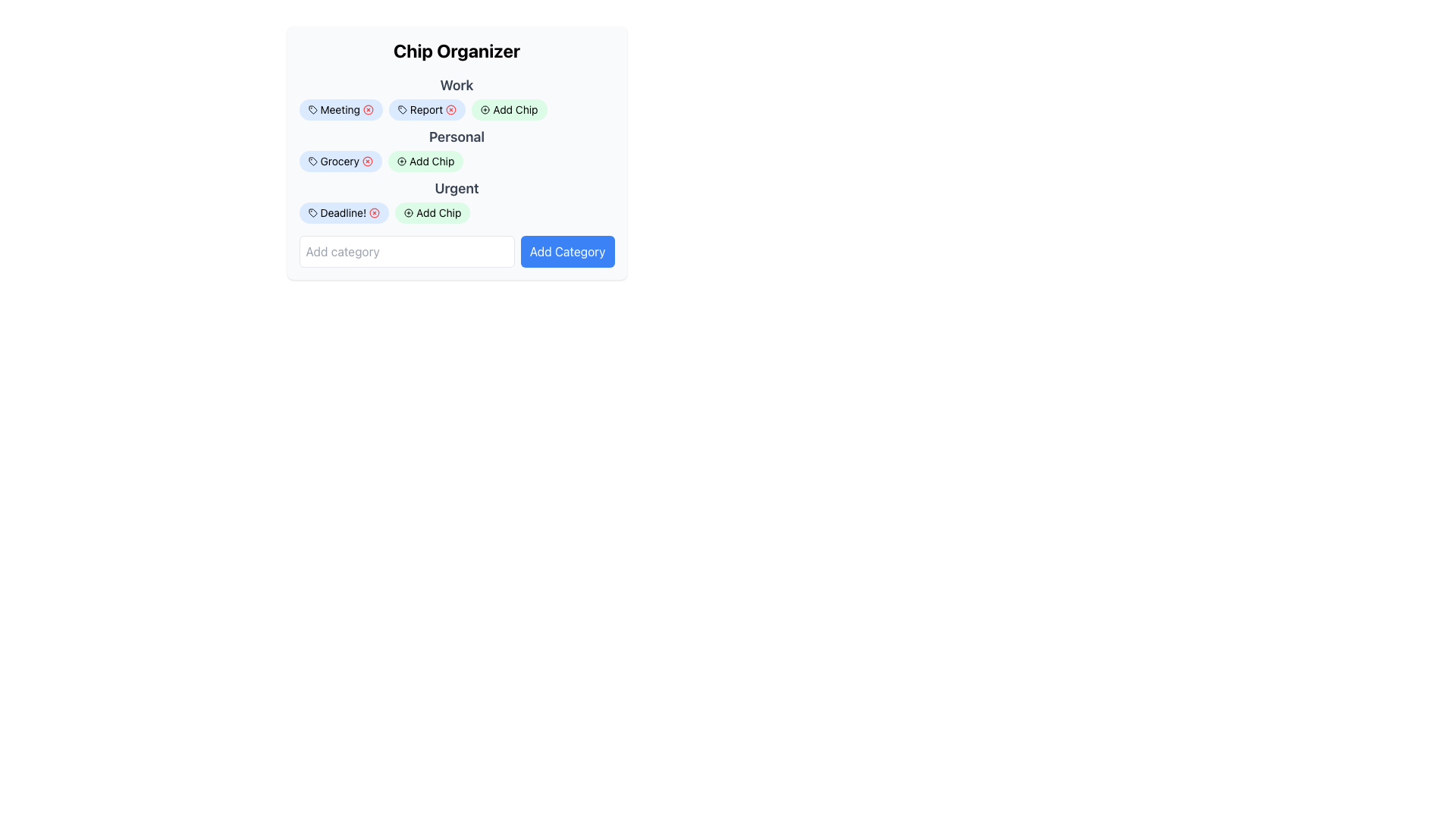  What do you see at coordinates (409, 213) in the screenshot?
I see `the circular border of the 'Add Chip' button under the 'Urgent' category, which is represented by an SVG circle element with no fill and a stroke of a fixed color` at bounding box center [409, 213].